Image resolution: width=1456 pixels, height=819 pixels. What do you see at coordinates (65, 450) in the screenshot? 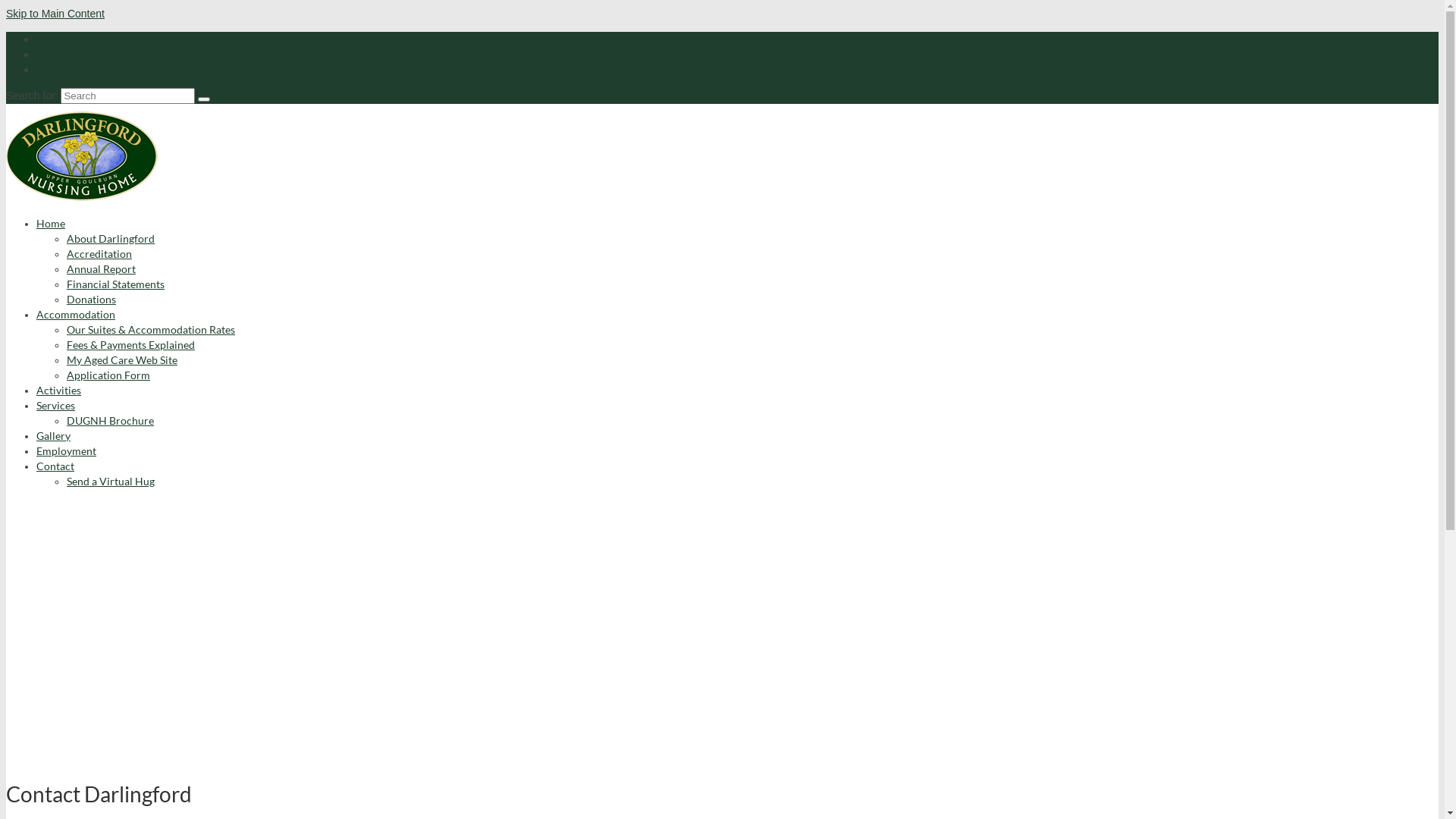
I see `'Employment'` at bounding box center [65, 450].